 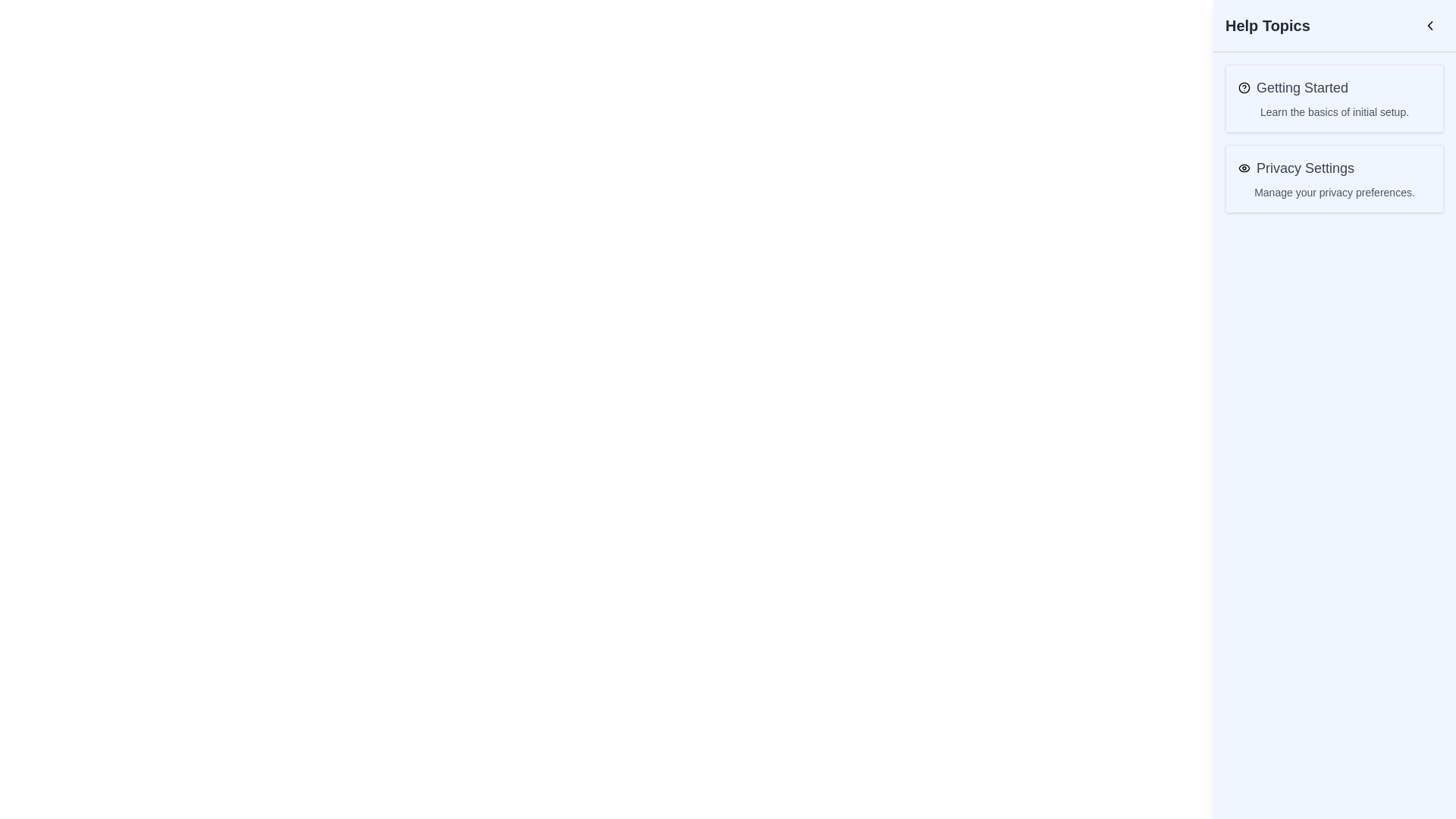 What do you see at coordinates (1335, 87) in the screenshot?
I see `the 'Getting Started' label with icon located at the top of the help topics card` at bounding box center [1335, 87].